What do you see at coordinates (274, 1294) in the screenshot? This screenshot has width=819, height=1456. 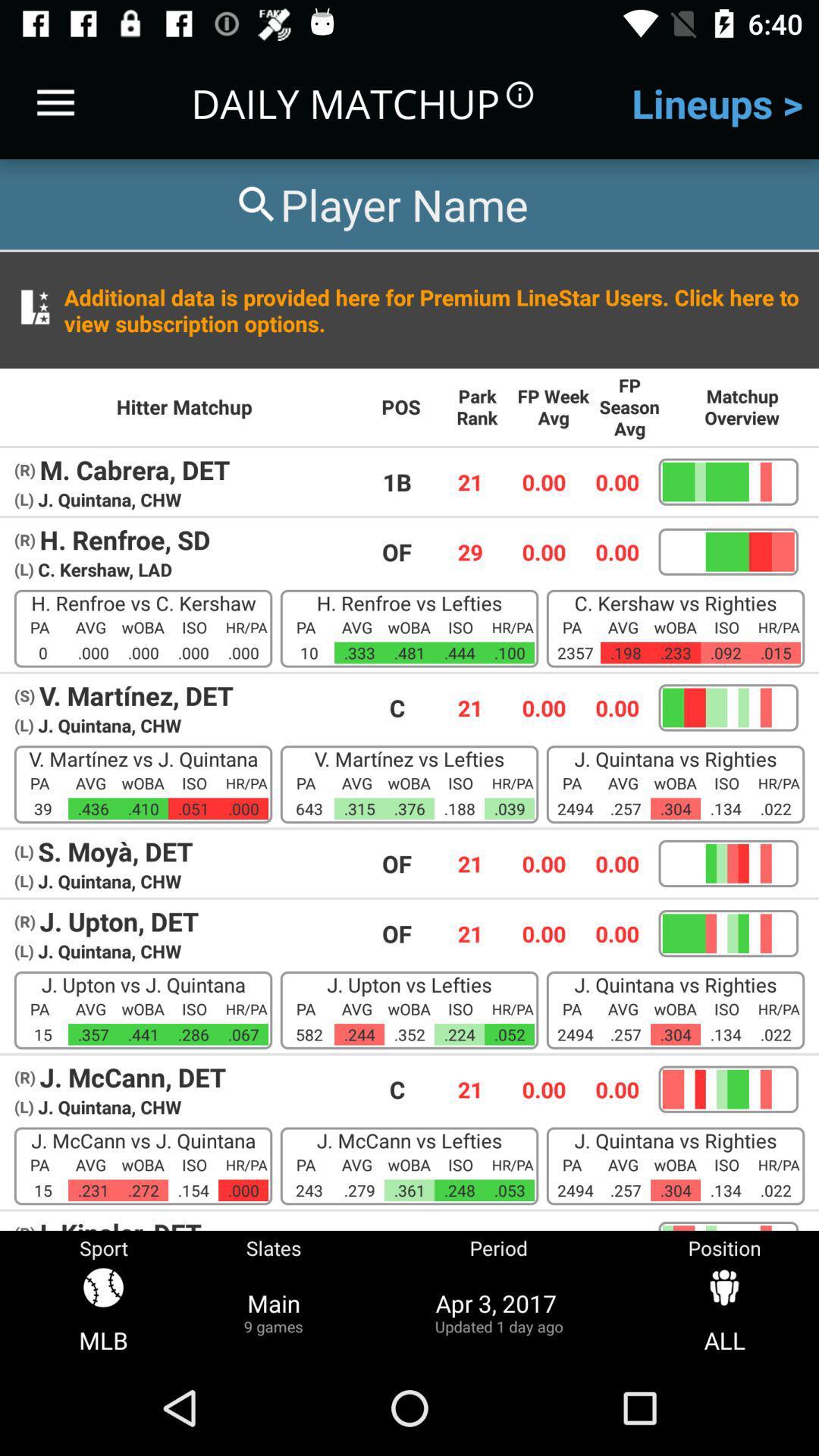 I see `the bottom left side second icon` at bounding box center [274, 1294].